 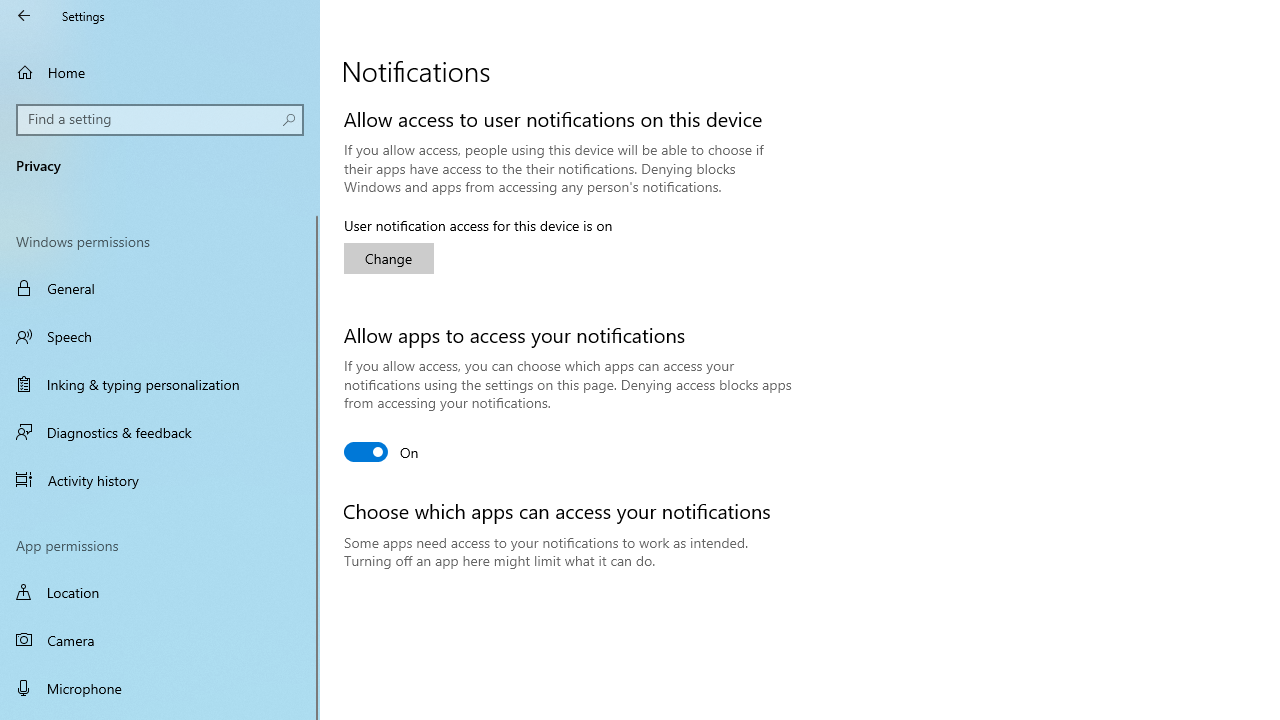 What do you see at coordinates (160, 334) in the screenshot?
I see `'Speech'` at bounding box center [160, 334].